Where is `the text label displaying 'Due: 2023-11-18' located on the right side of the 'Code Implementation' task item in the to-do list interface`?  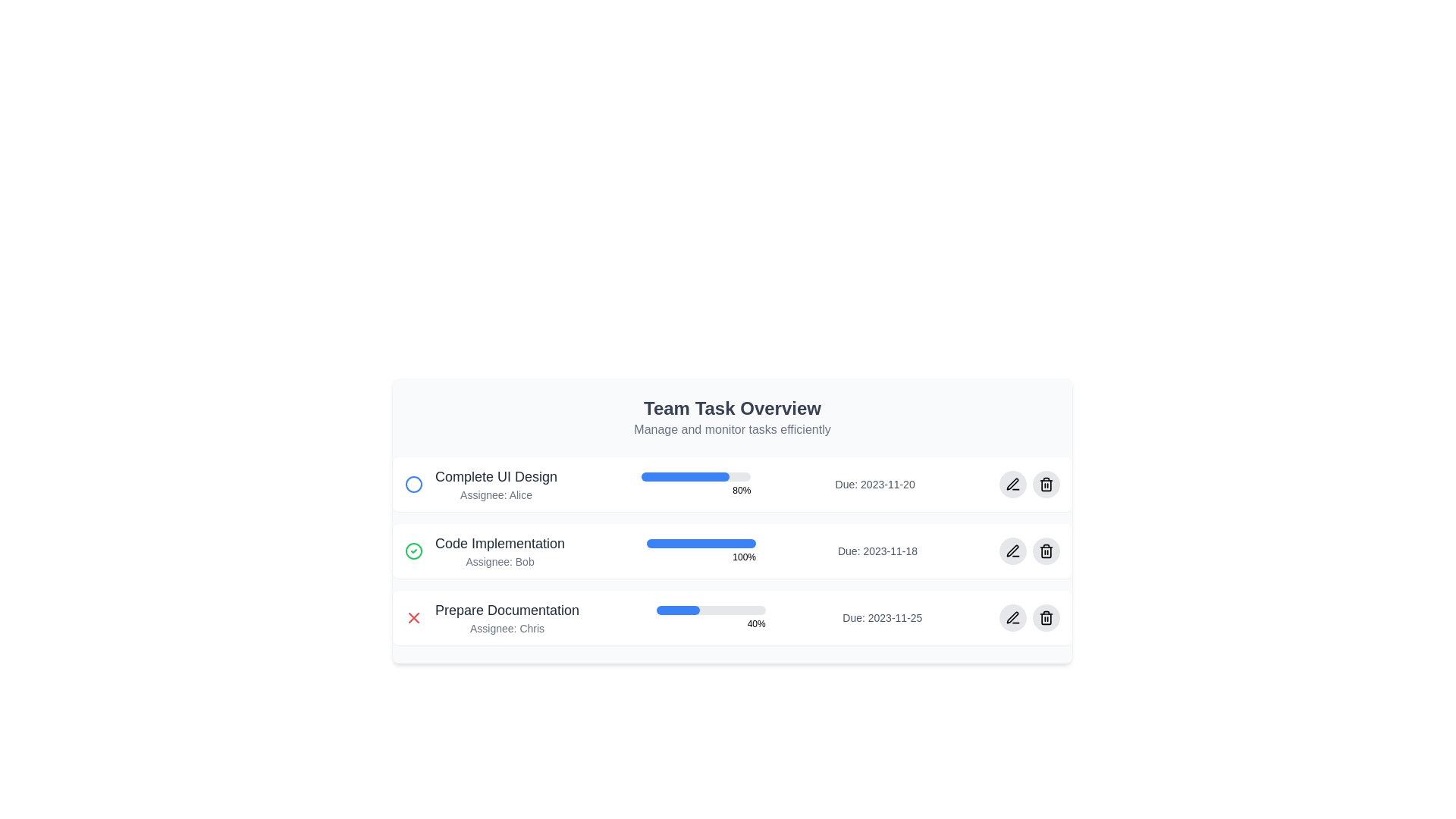
the text label displaying 'Due: 2023-11-18' located on the right side of the 'Code Implementation' task item in the to-do list interface is located at coordinates (877, 551).